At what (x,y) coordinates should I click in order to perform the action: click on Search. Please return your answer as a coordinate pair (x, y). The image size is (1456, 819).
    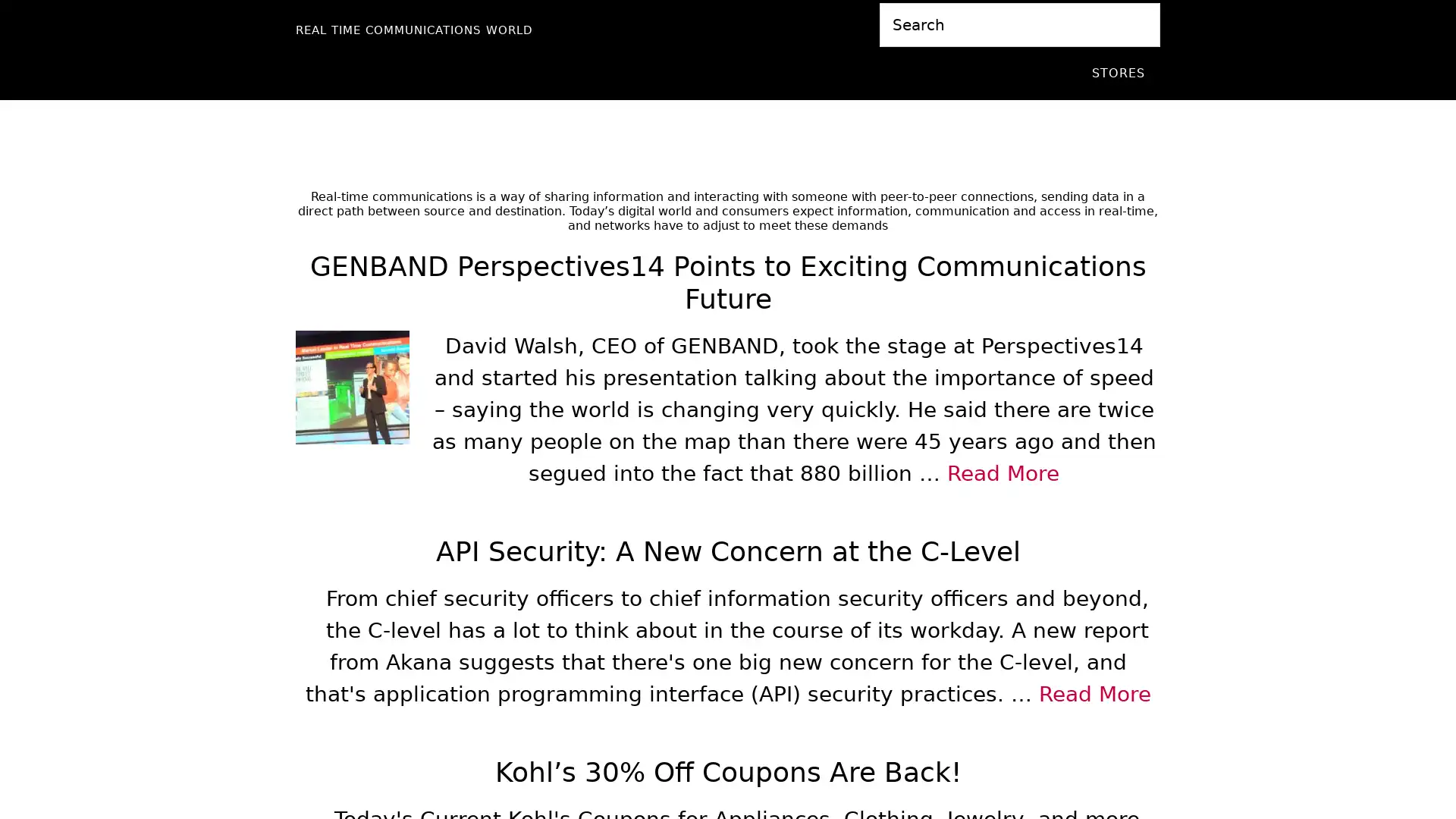
    Looking at the image, I should click on (1159, 2).